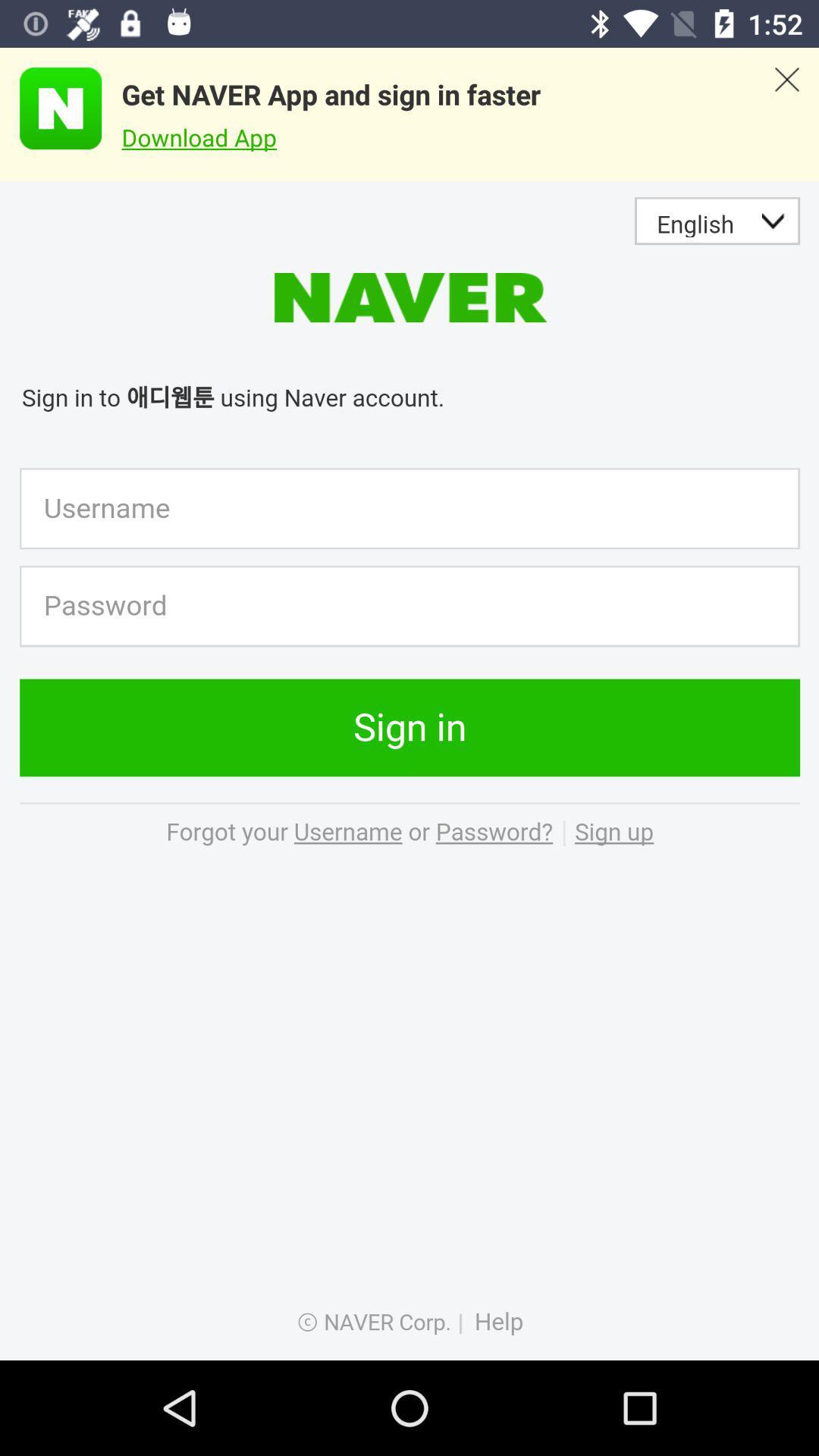  I want to click on log into naver, so click(409, 770).